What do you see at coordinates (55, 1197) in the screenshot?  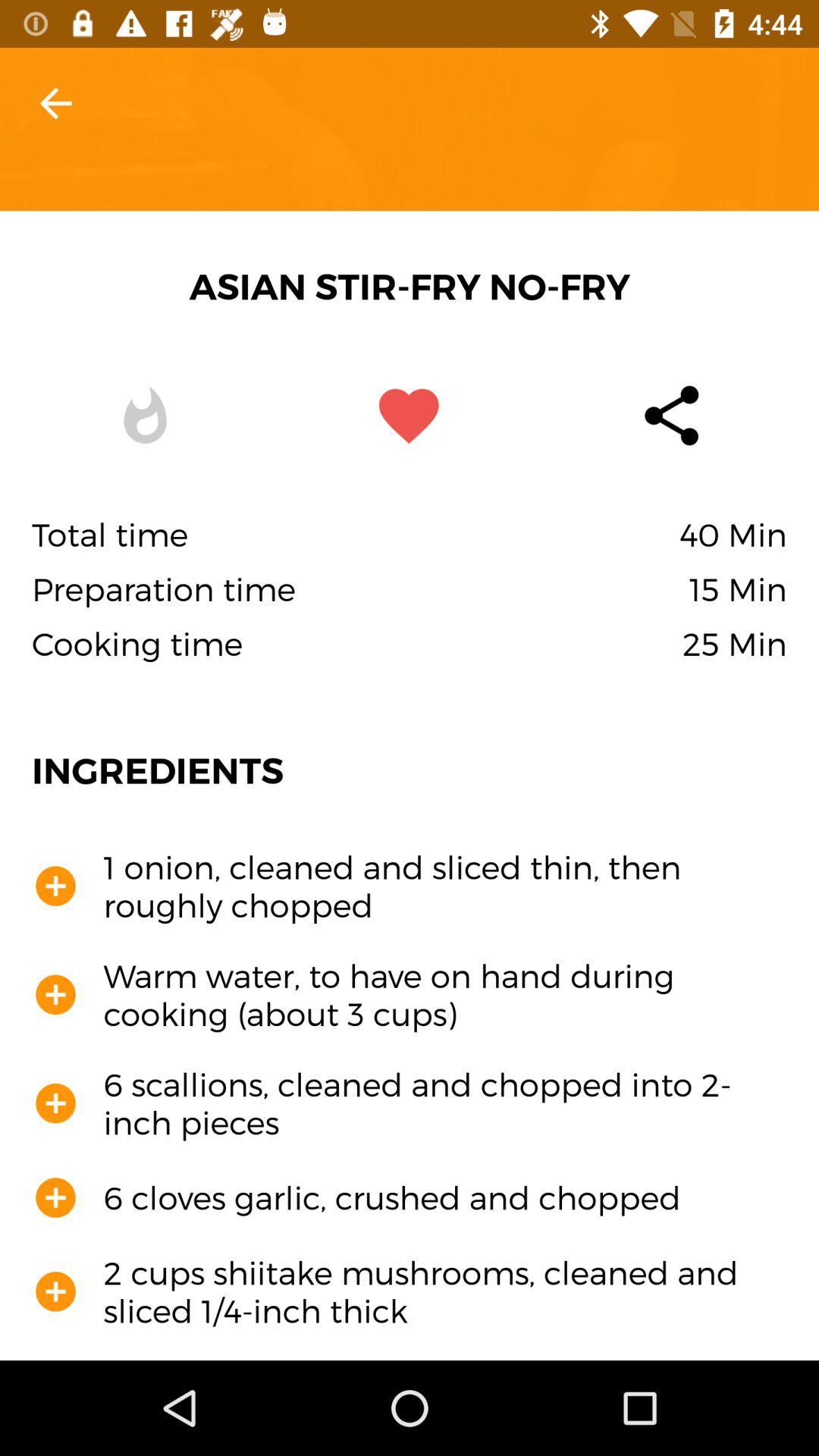 I see `the fourth add icon below the ingredients` at bounding box center [55, 1197].